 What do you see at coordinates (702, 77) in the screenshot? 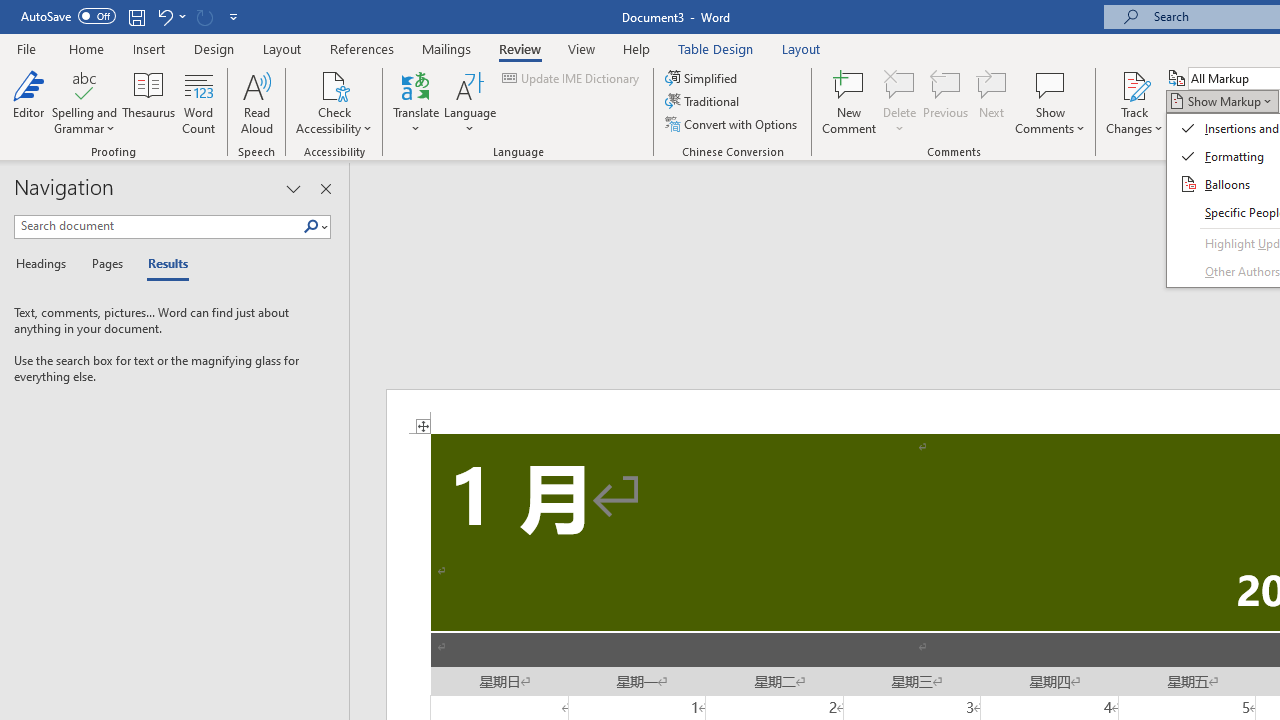
I see `'Simplified'` at bounding box center [702, 77].